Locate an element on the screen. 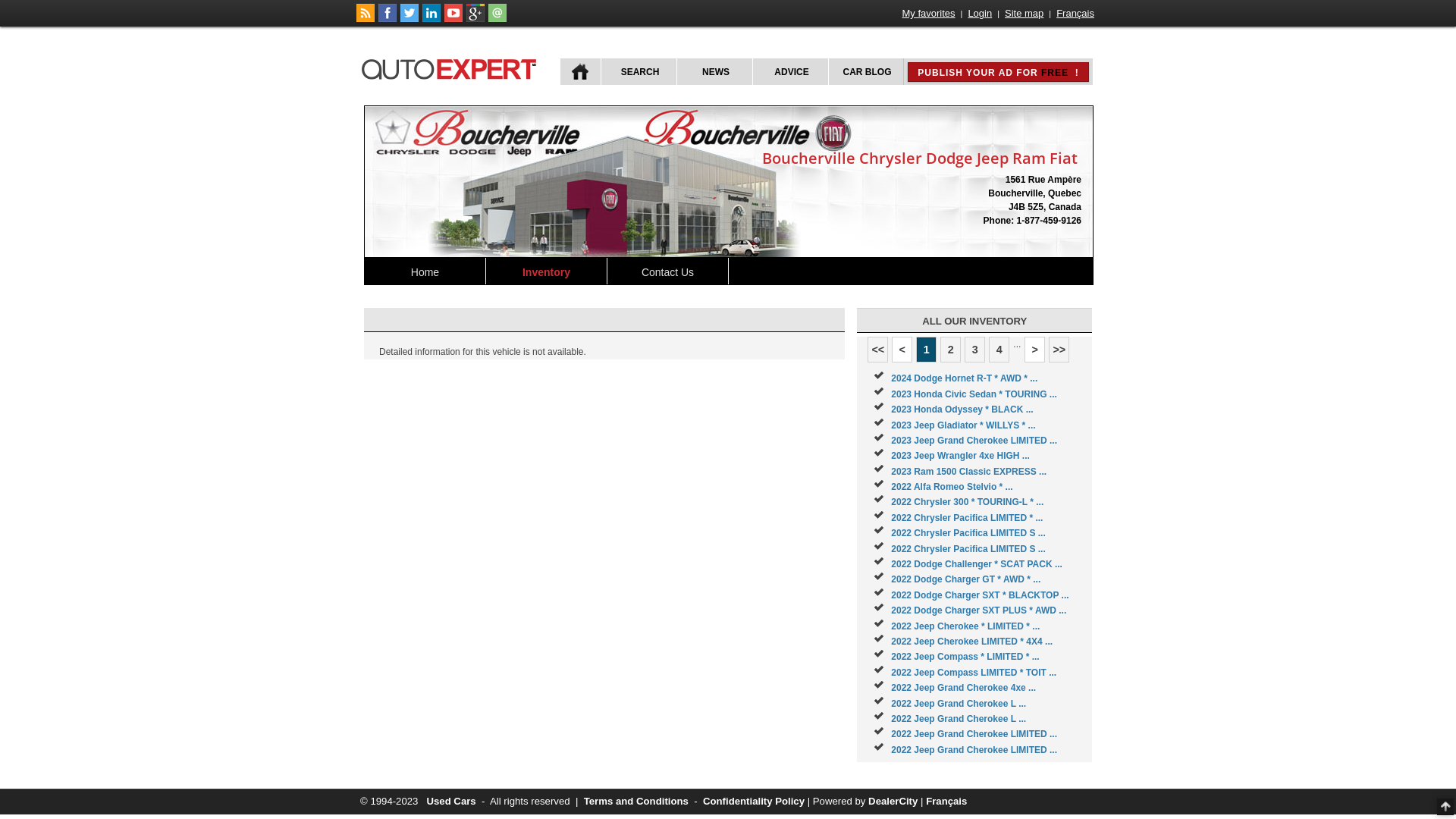  'Site map' is located at coordinates (1024, 13).